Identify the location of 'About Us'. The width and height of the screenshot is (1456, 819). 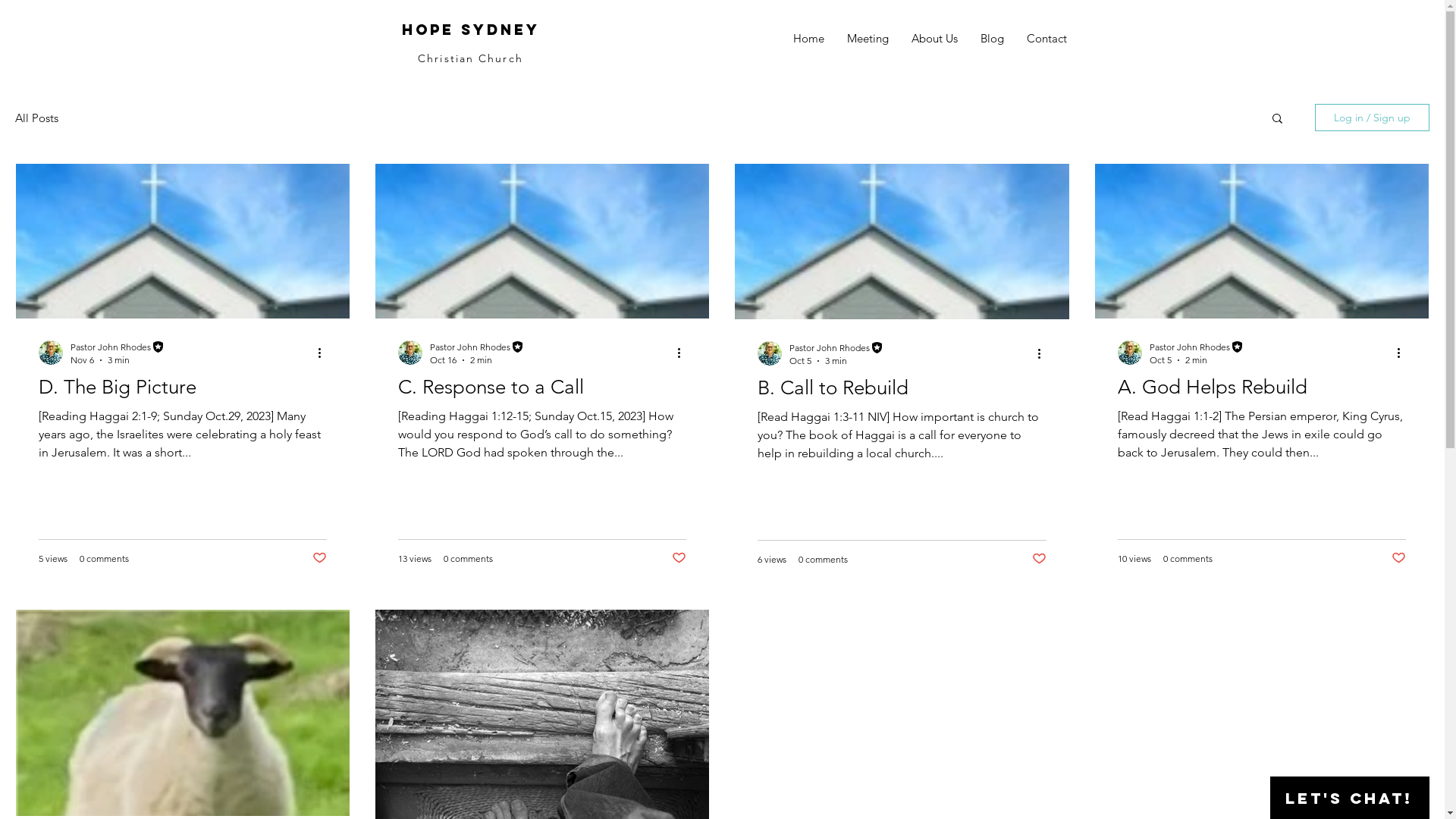
(933, 37).